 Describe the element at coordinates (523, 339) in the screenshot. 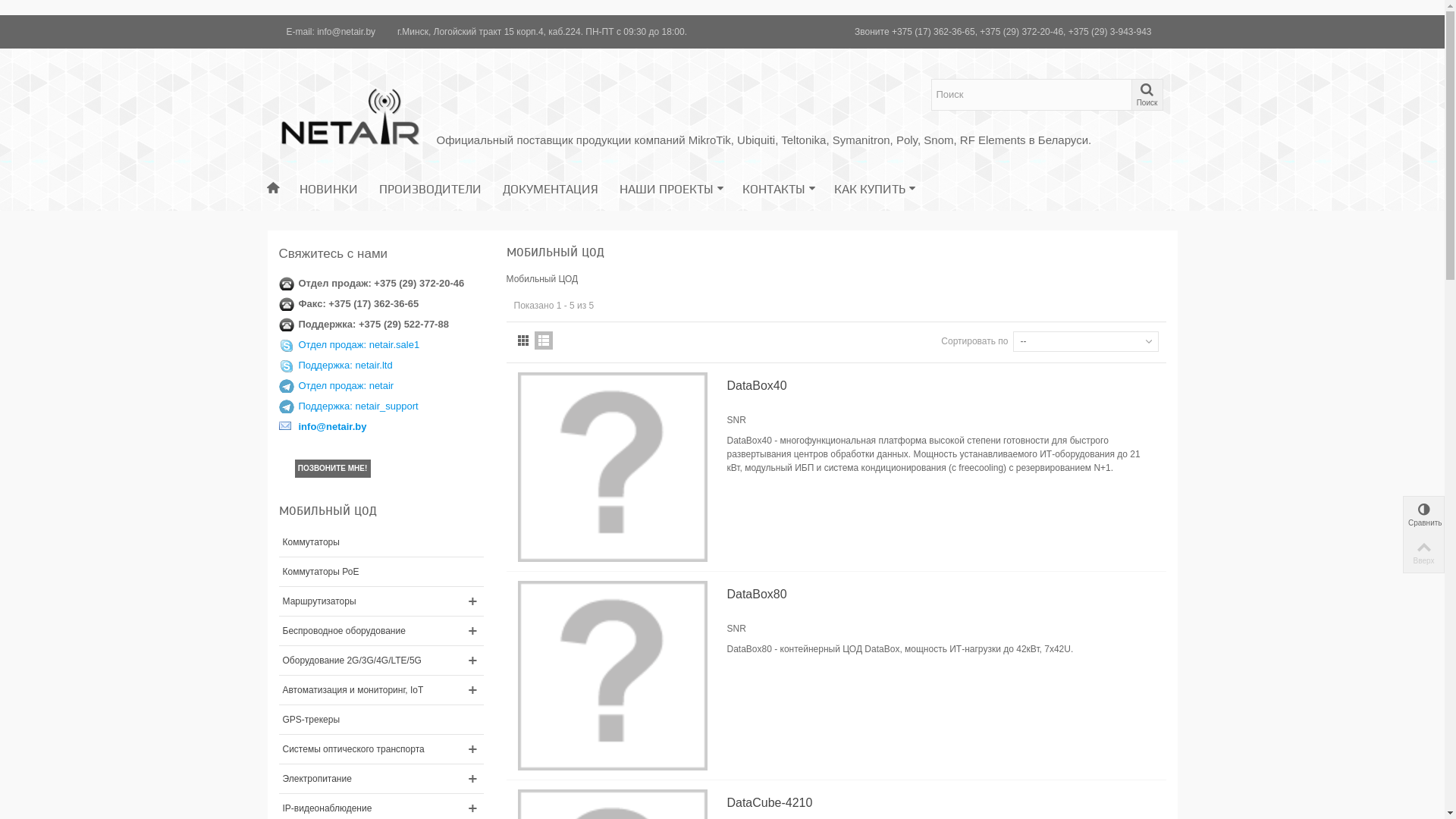

I see `'Grid'` at that location.